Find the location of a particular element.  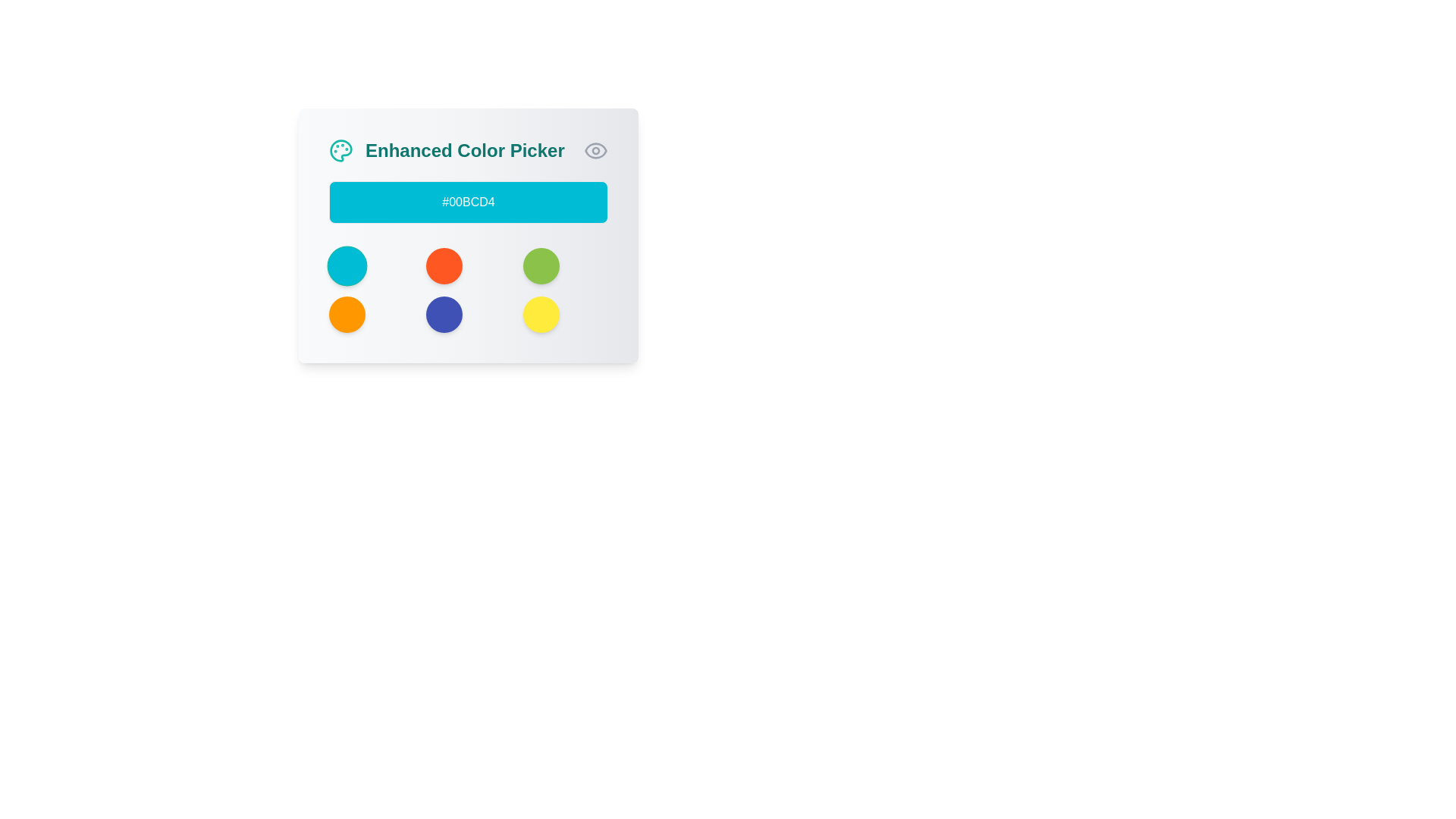

the circular button in the bottom-left corner of the color picker interface is located at coordinates (346, 314).